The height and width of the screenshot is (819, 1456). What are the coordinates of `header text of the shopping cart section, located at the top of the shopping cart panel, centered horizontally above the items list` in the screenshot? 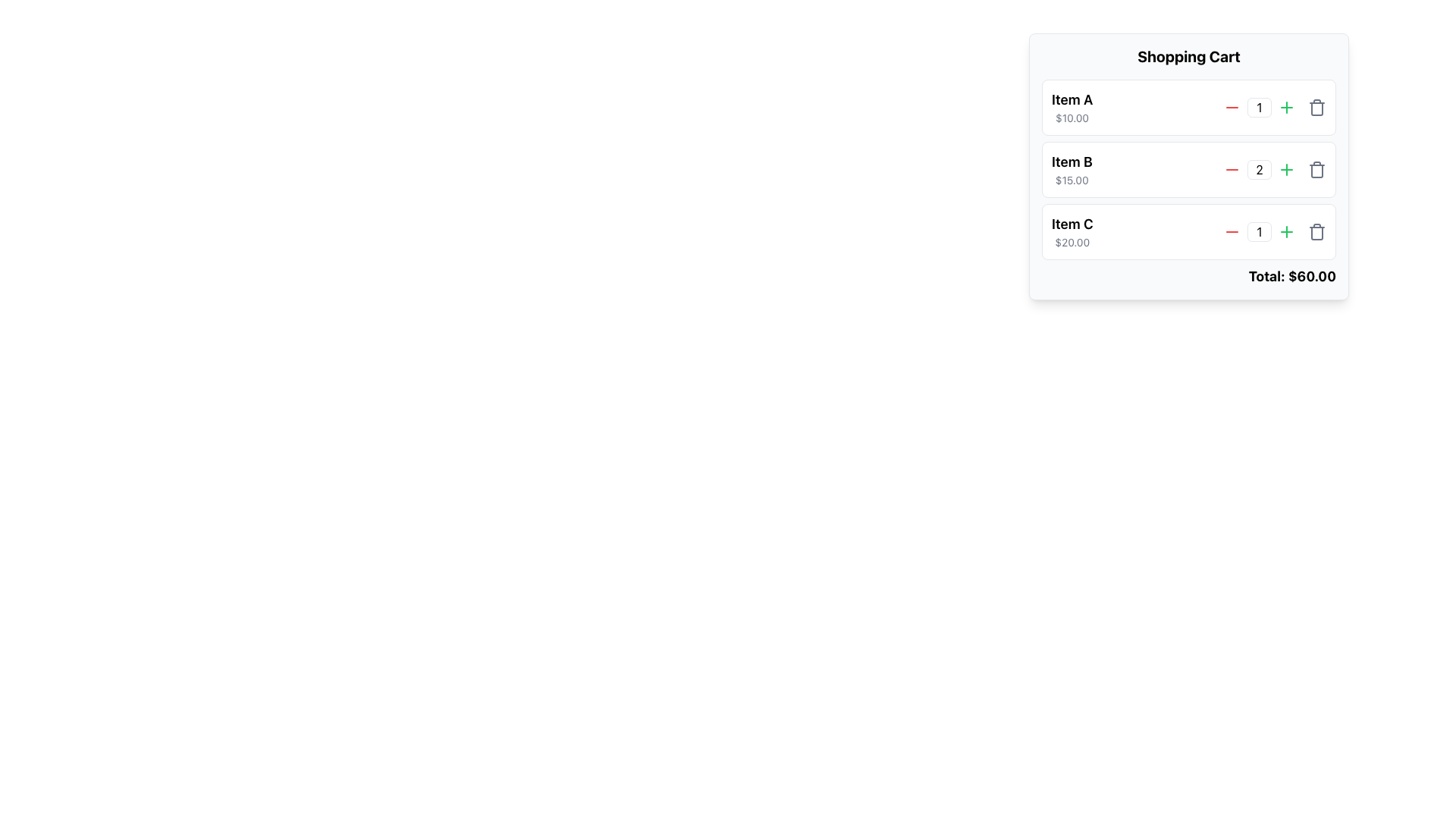 It's located at (1188, 55).